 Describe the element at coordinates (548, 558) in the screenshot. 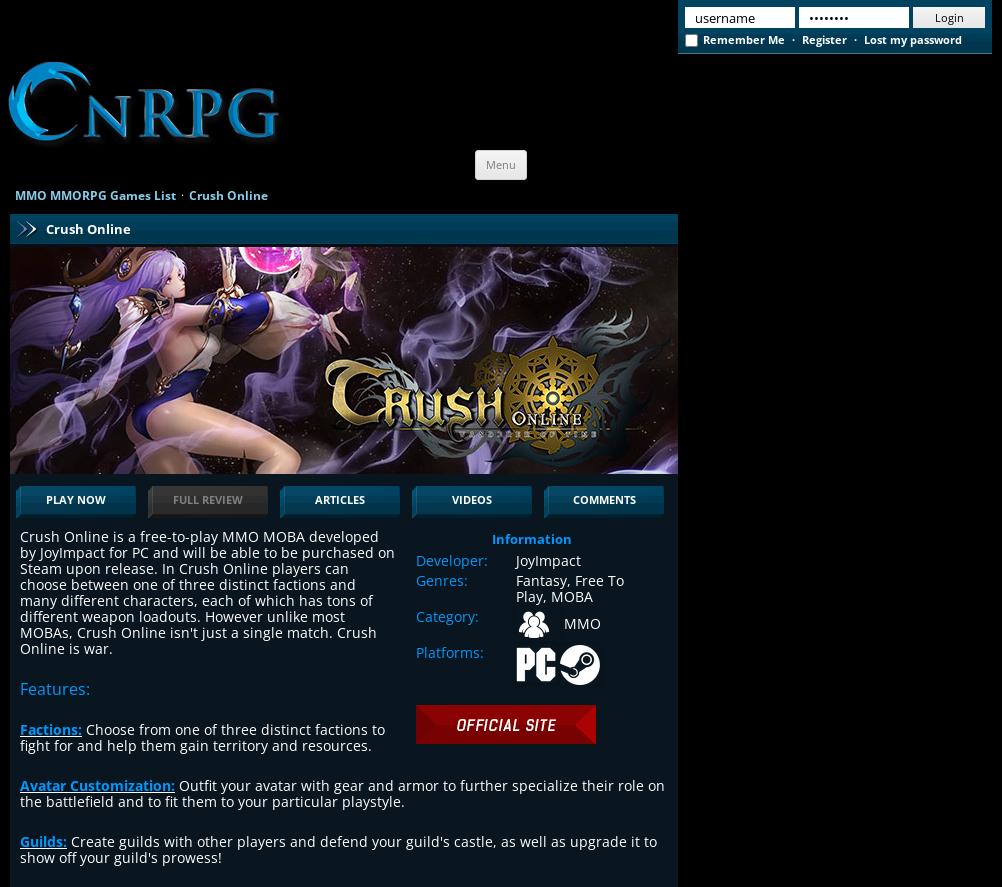

I see `'JoyImpact'` at that location.